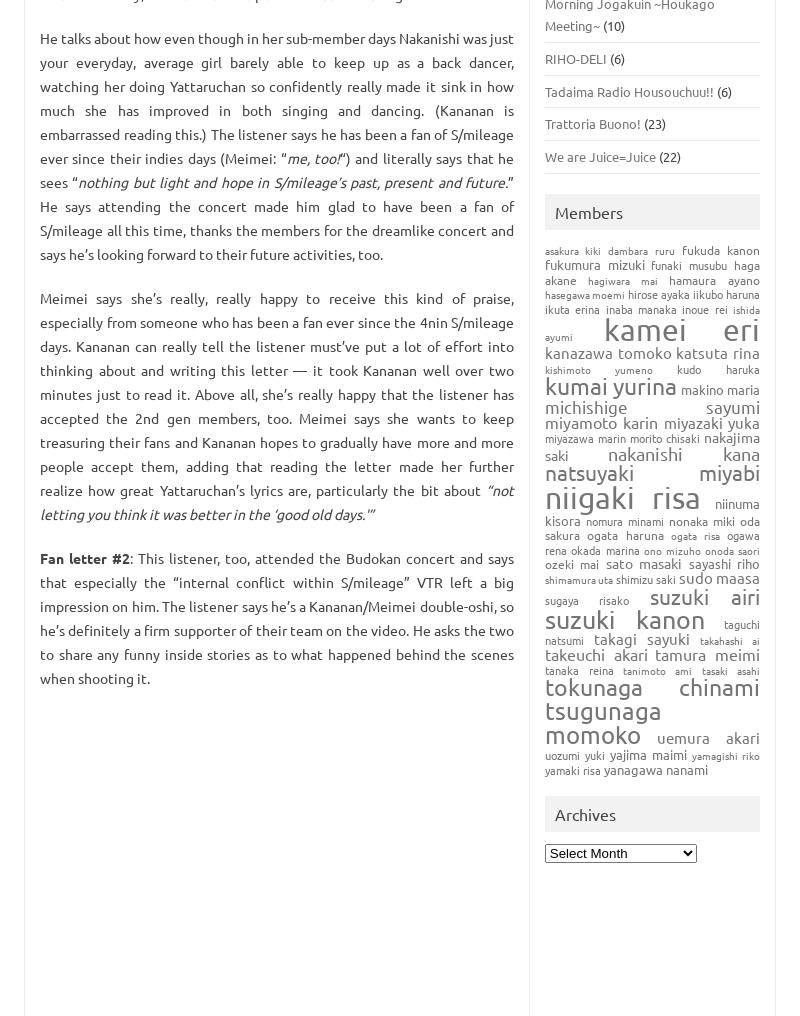 The width and height of the screenshot is (800, 1016). What do you see at coordinates (731, 548) in the screenshot?
I see `'Onoda Saori'` at bounding box center [731, 548].